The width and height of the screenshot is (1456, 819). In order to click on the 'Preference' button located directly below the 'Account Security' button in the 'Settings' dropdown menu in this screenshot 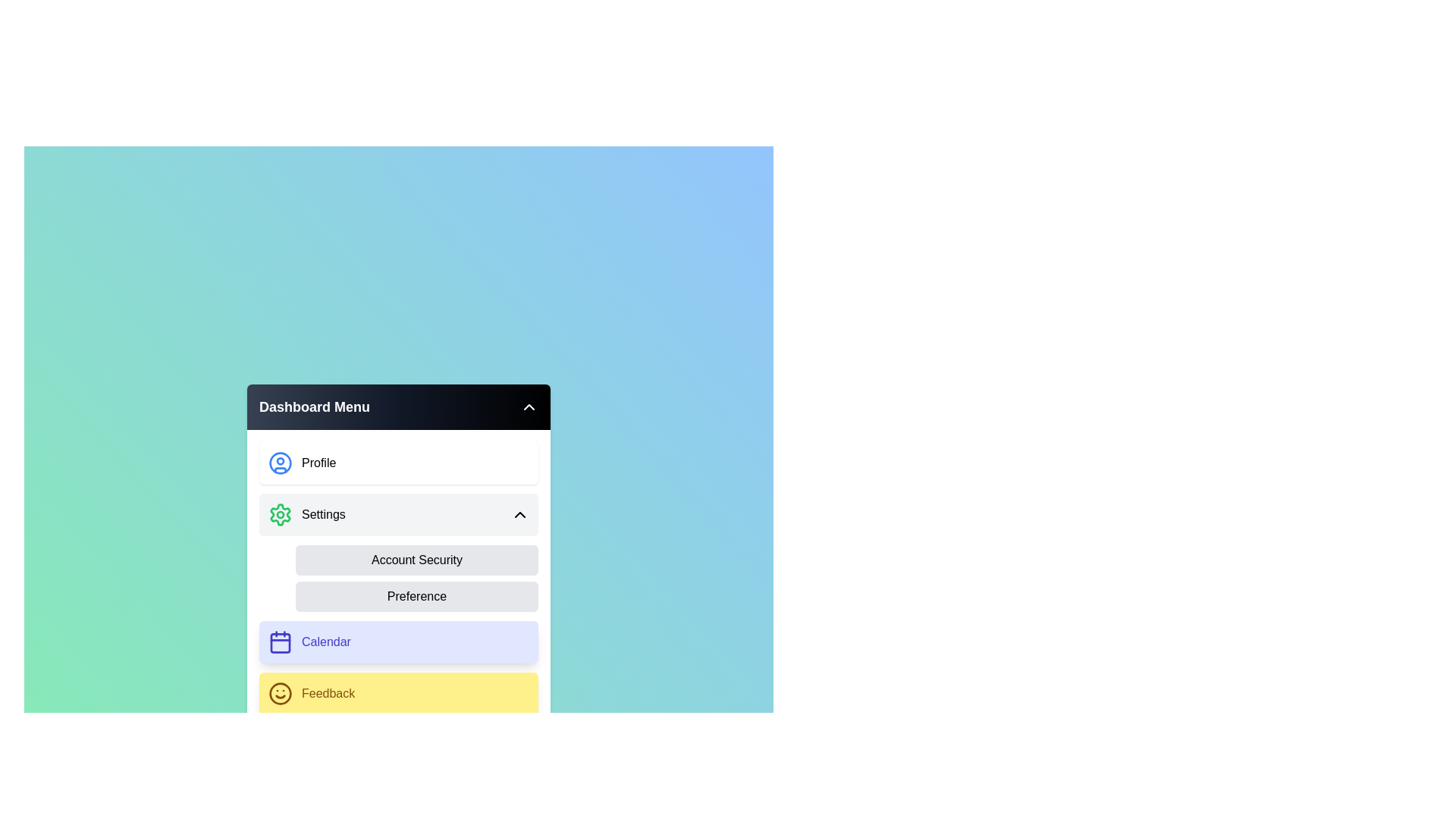, I will do `click(417, 595)`.